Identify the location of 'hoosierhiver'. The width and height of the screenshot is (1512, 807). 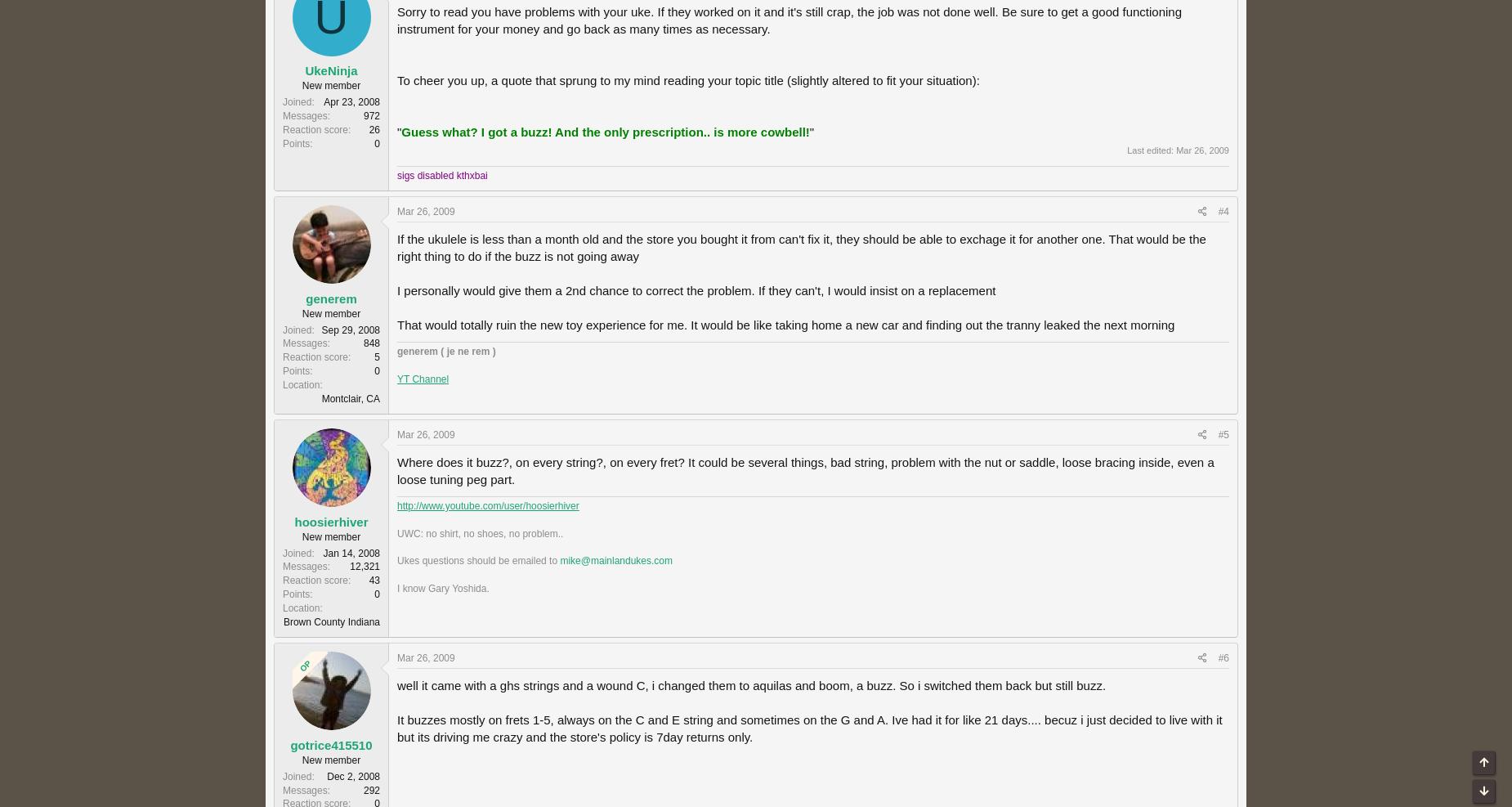
(329, 521).